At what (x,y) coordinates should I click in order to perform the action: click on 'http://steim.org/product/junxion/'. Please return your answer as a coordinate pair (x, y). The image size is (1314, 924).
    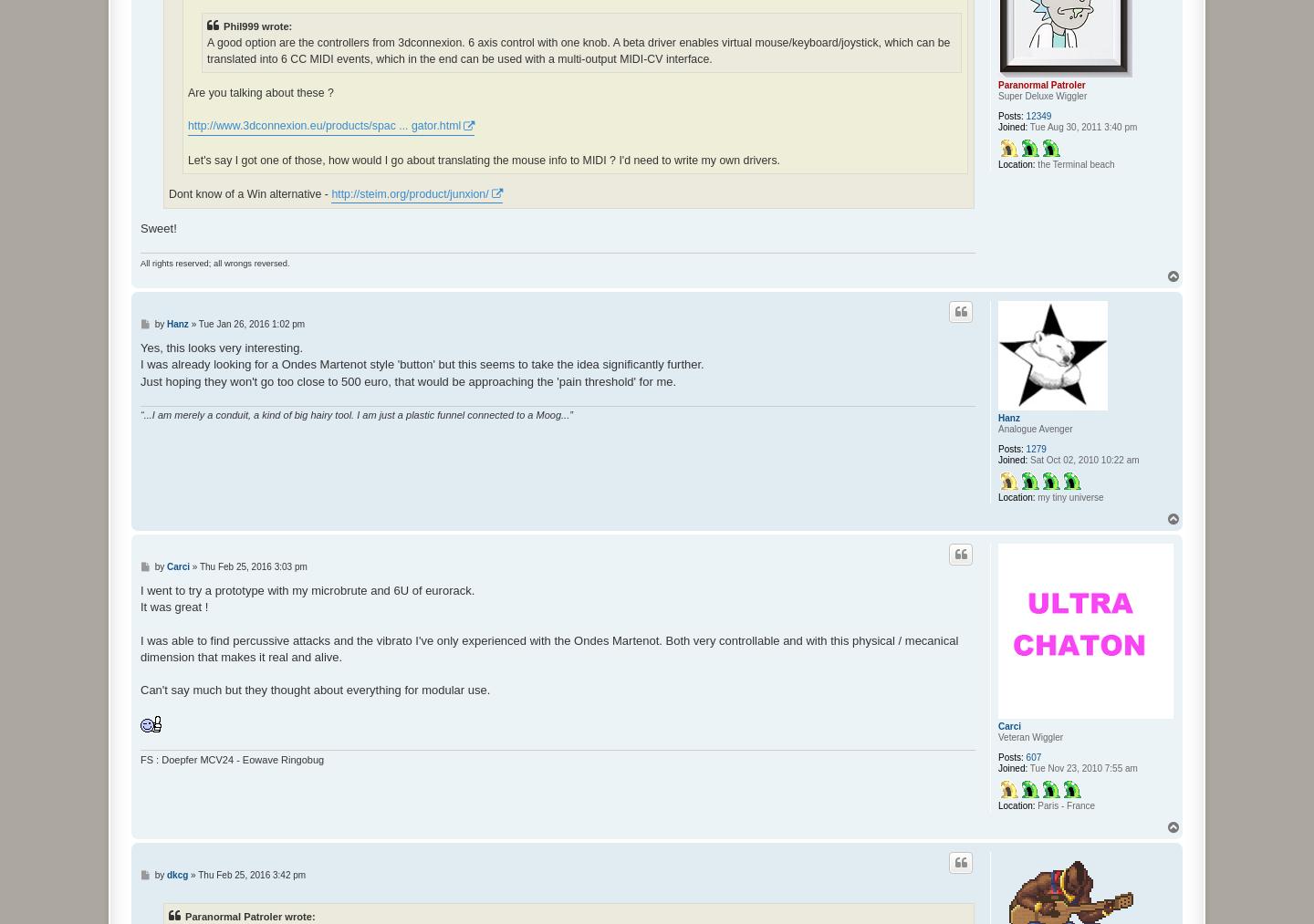
    Looking at the image, I should click on (409, 192).